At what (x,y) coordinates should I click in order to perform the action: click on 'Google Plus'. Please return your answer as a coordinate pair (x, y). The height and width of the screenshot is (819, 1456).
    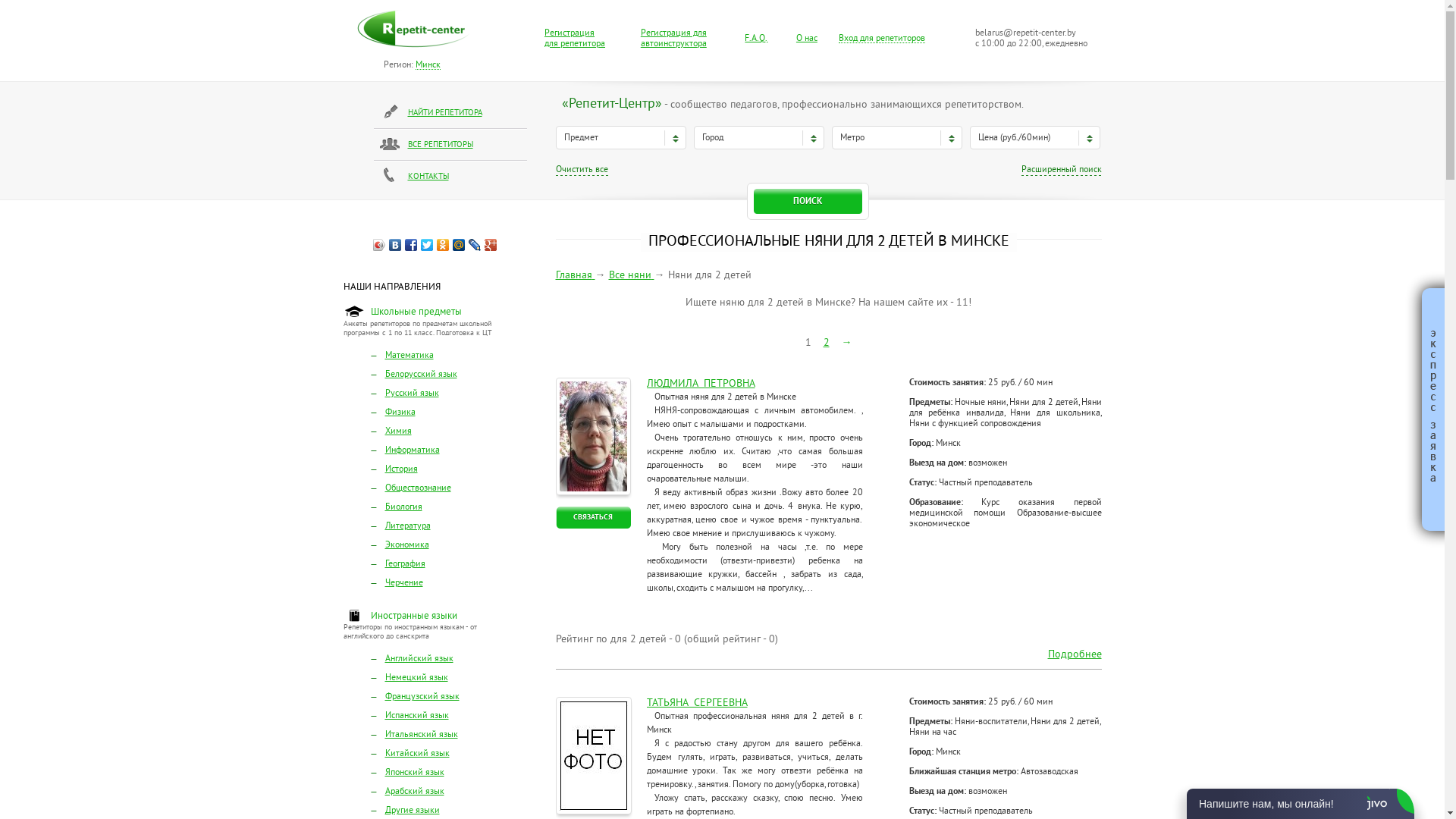
    Looking at the image, I should click on (491, 244).